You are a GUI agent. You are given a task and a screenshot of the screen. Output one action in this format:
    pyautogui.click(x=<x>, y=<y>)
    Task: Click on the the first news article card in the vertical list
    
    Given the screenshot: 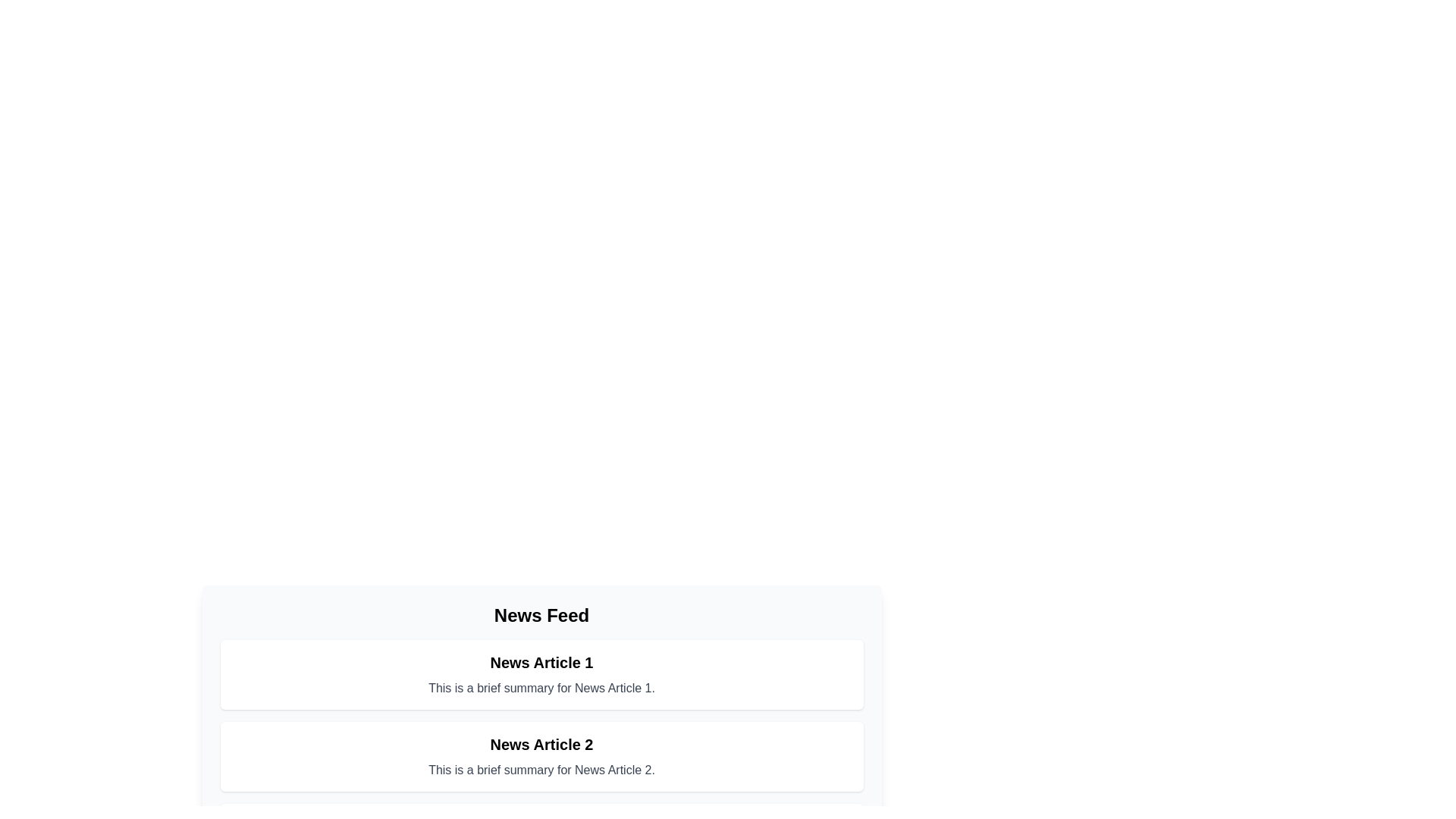 What is the action you would take?
    pyautogui.click(x=541, y=674)
    